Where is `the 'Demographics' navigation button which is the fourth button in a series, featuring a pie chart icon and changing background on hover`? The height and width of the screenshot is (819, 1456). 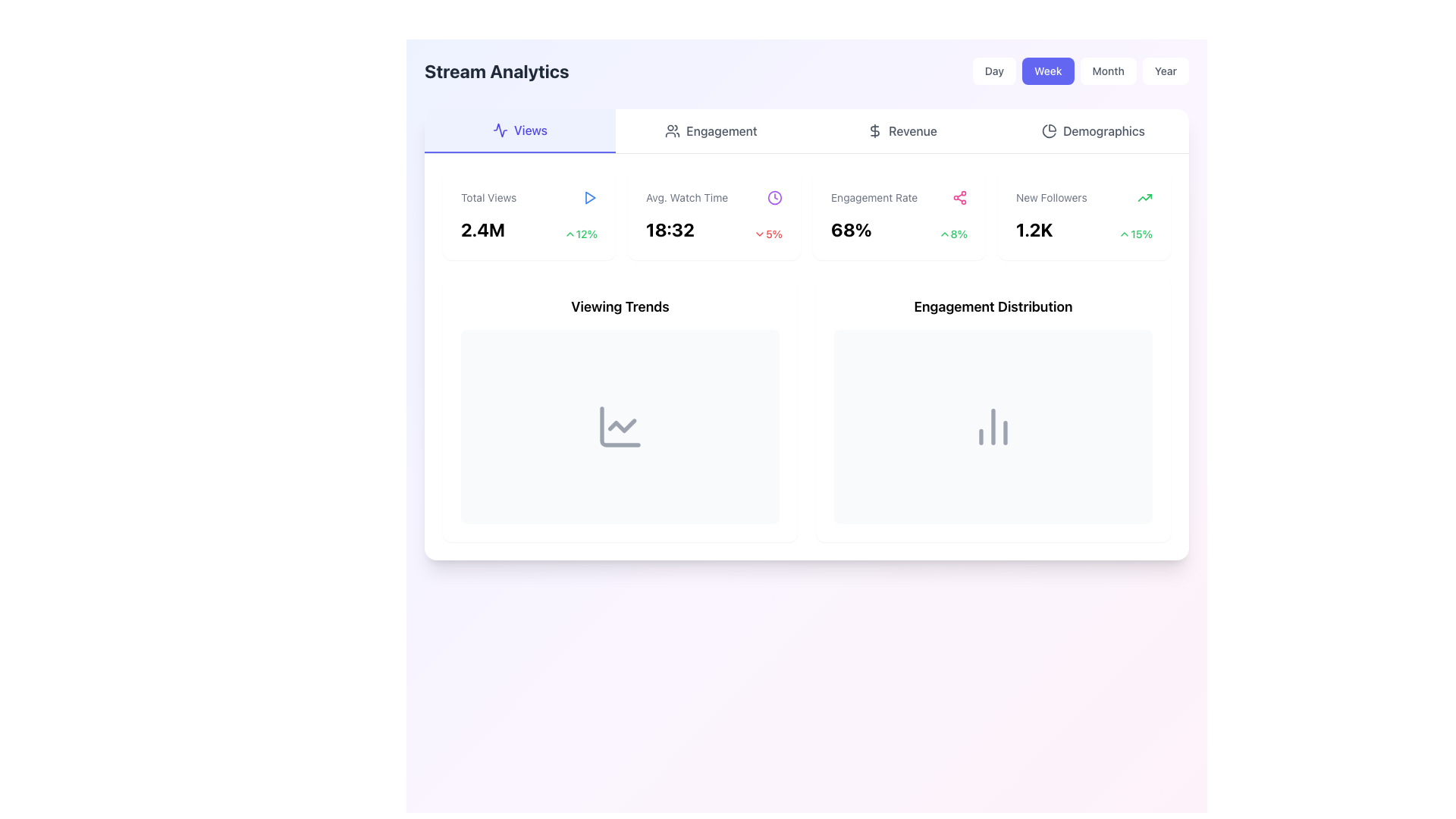
the 'Demographics' navigation button which is the fourth button in a series, featuring a pie chart icon and changing background on hover is located at coordinates (1093, 130).